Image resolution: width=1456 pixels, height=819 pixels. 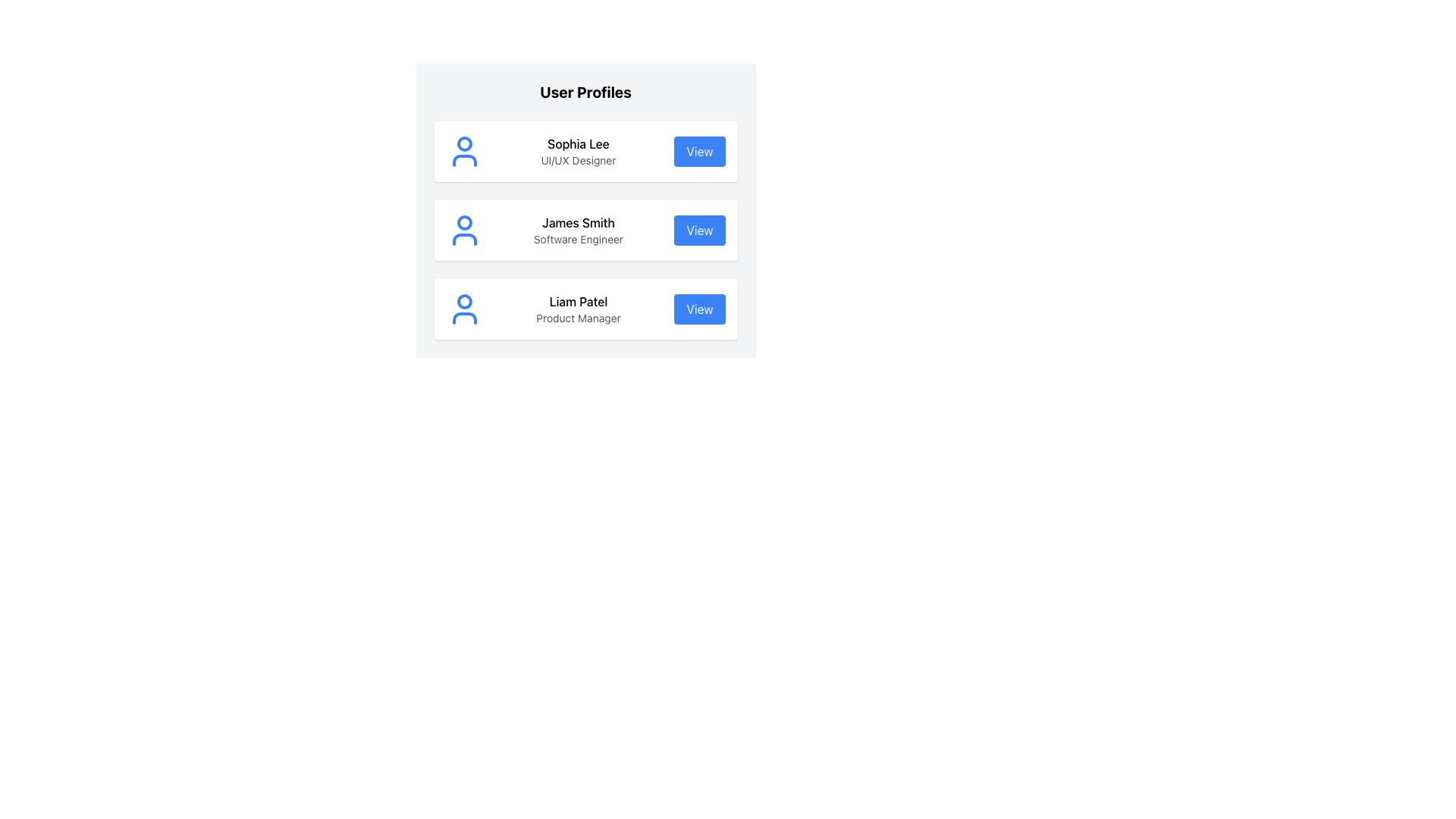 What do you see at coordinates (698, 152) in the screenshot?
I see `keyboard navigation` at bounding box center [698, 152].